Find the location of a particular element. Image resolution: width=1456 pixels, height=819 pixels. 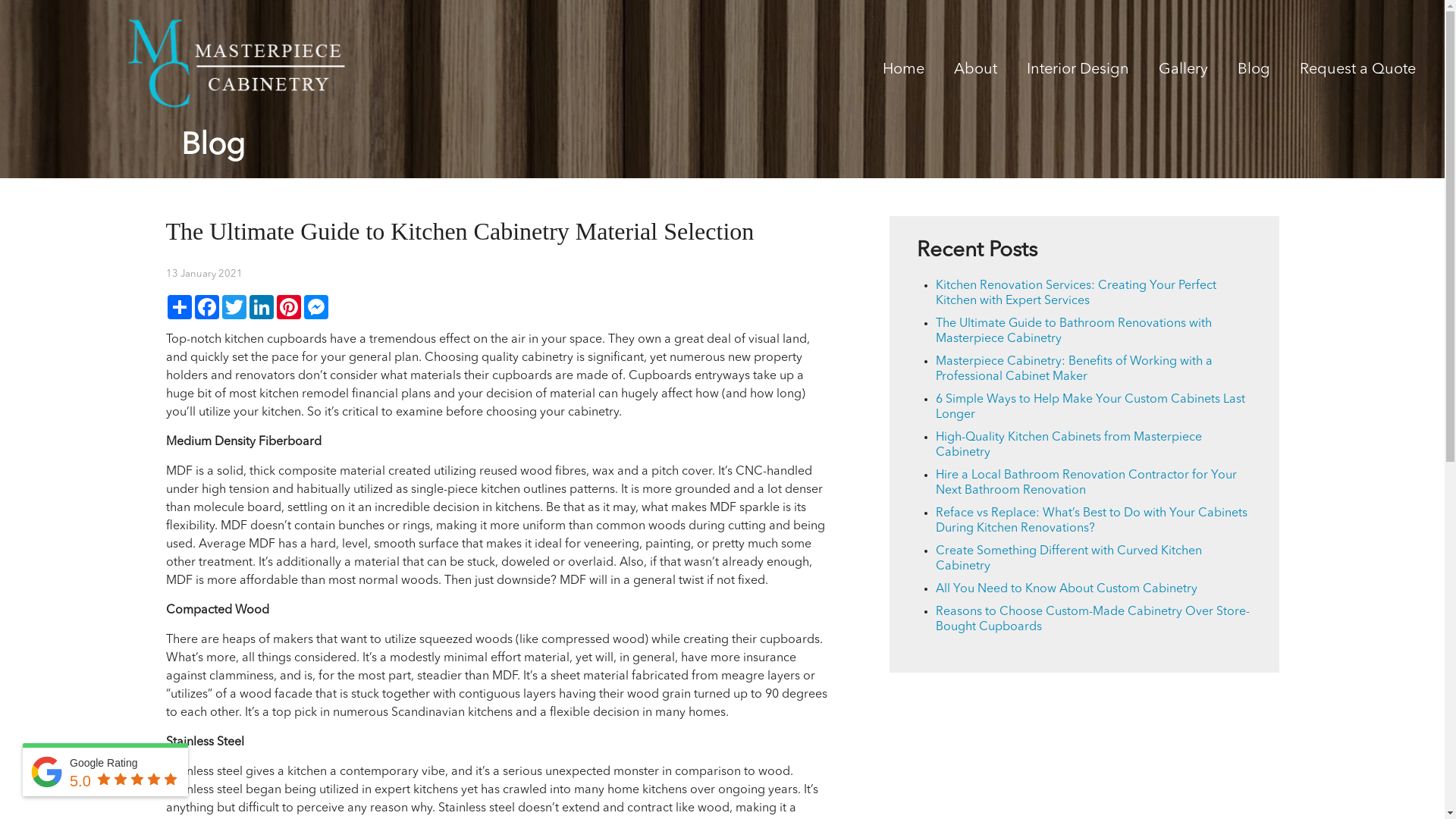

'Request a Quote' is located at coordinates (1298, 72).